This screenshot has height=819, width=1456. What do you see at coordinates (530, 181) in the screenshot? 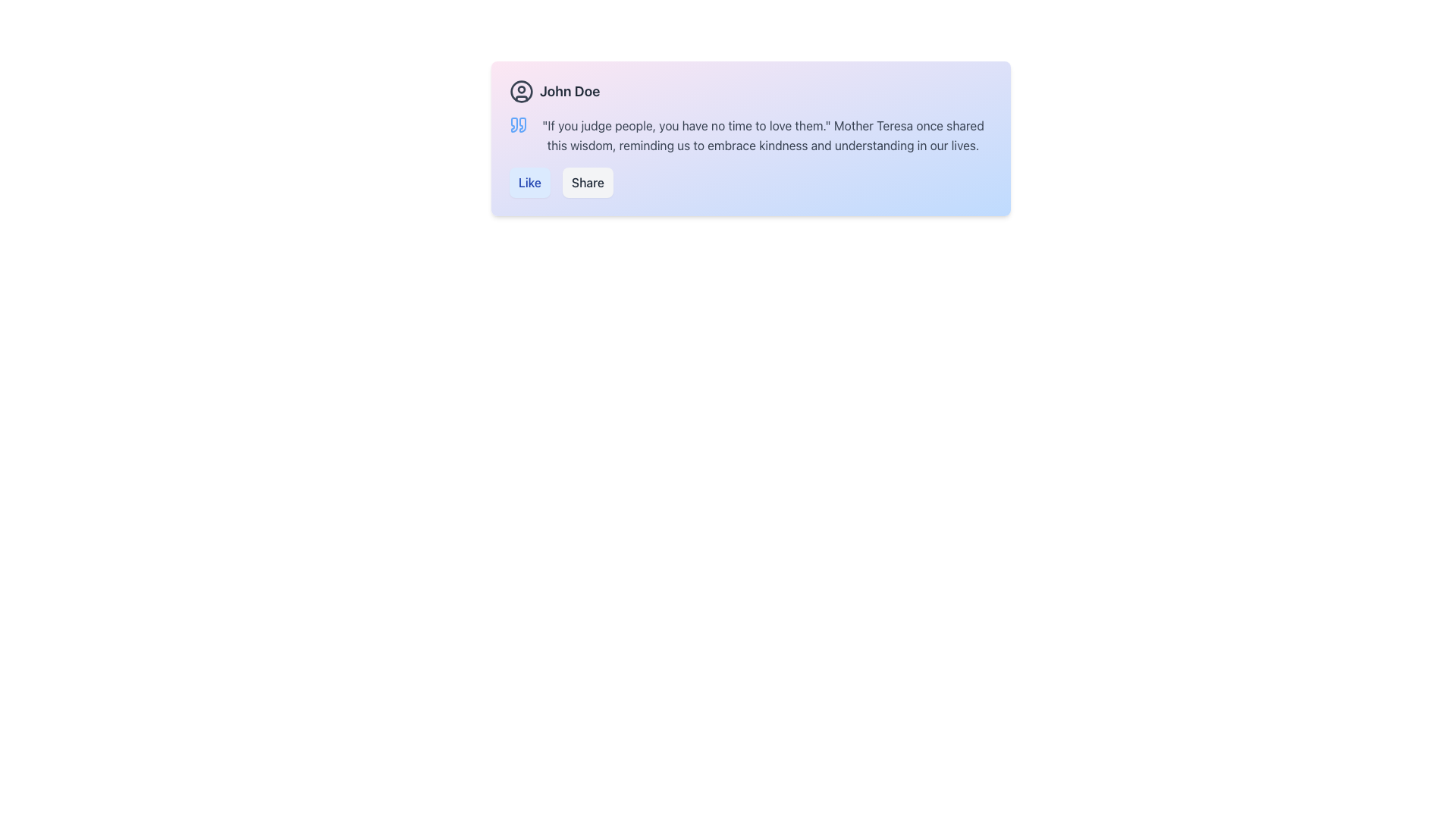
I see `the 'Like' button, which is the first button in a horizontal group located below a user profile card, to change its background color` at bounding box center [530, 181].